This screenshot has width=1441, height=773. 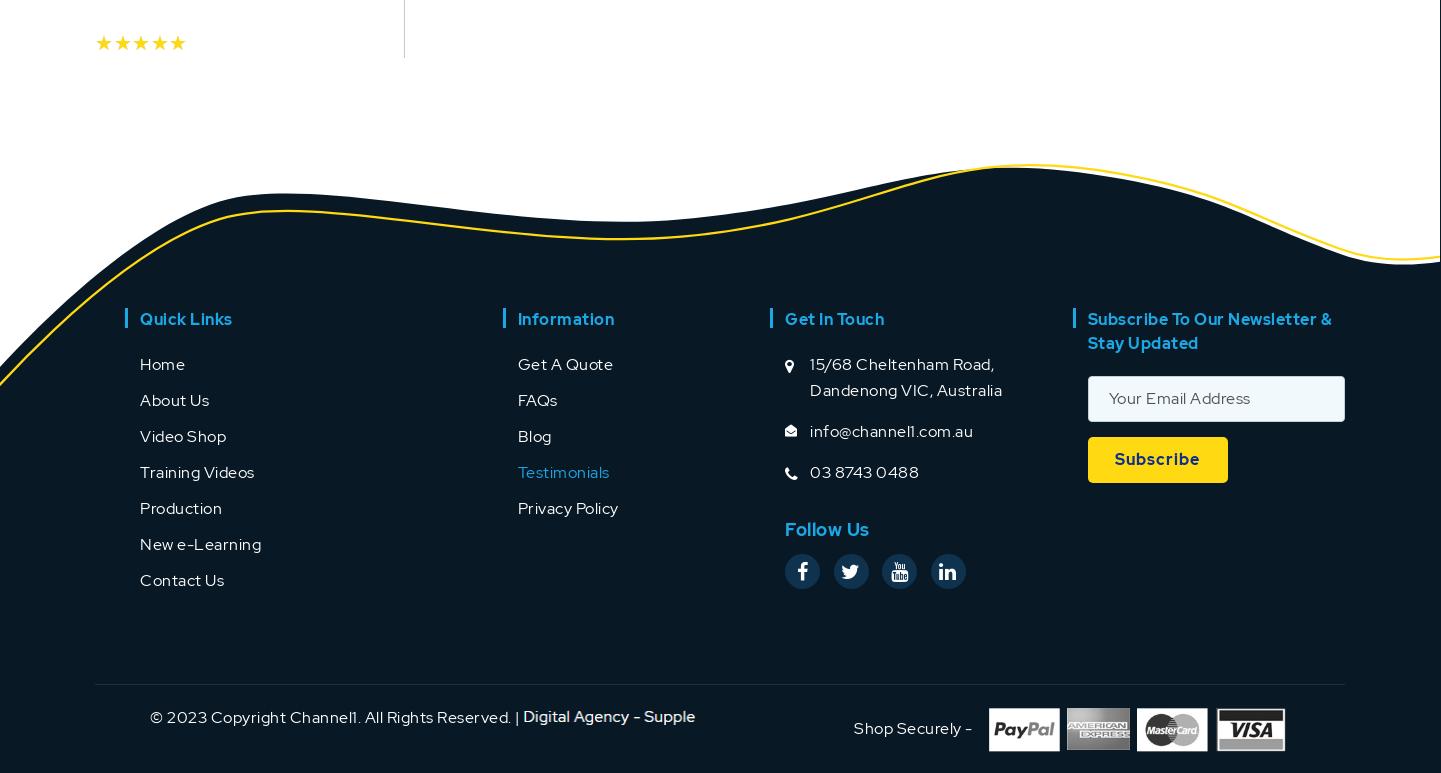 I want to click on 'Video Shop', so click(x=139, y=435).